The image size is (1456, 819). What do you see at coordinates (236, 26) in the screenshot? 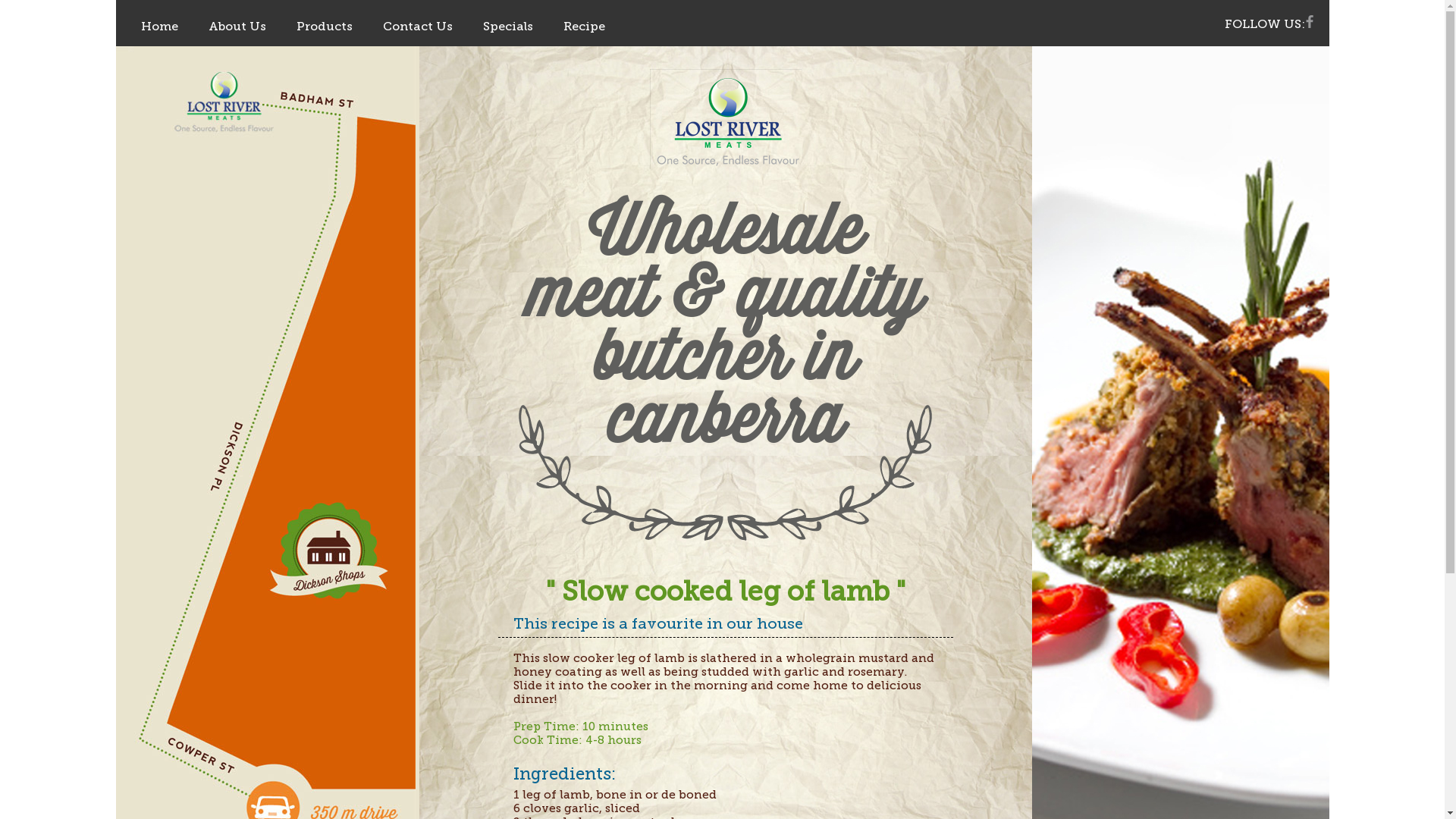
I see `'About Us'` at bounding box center [236, 26].